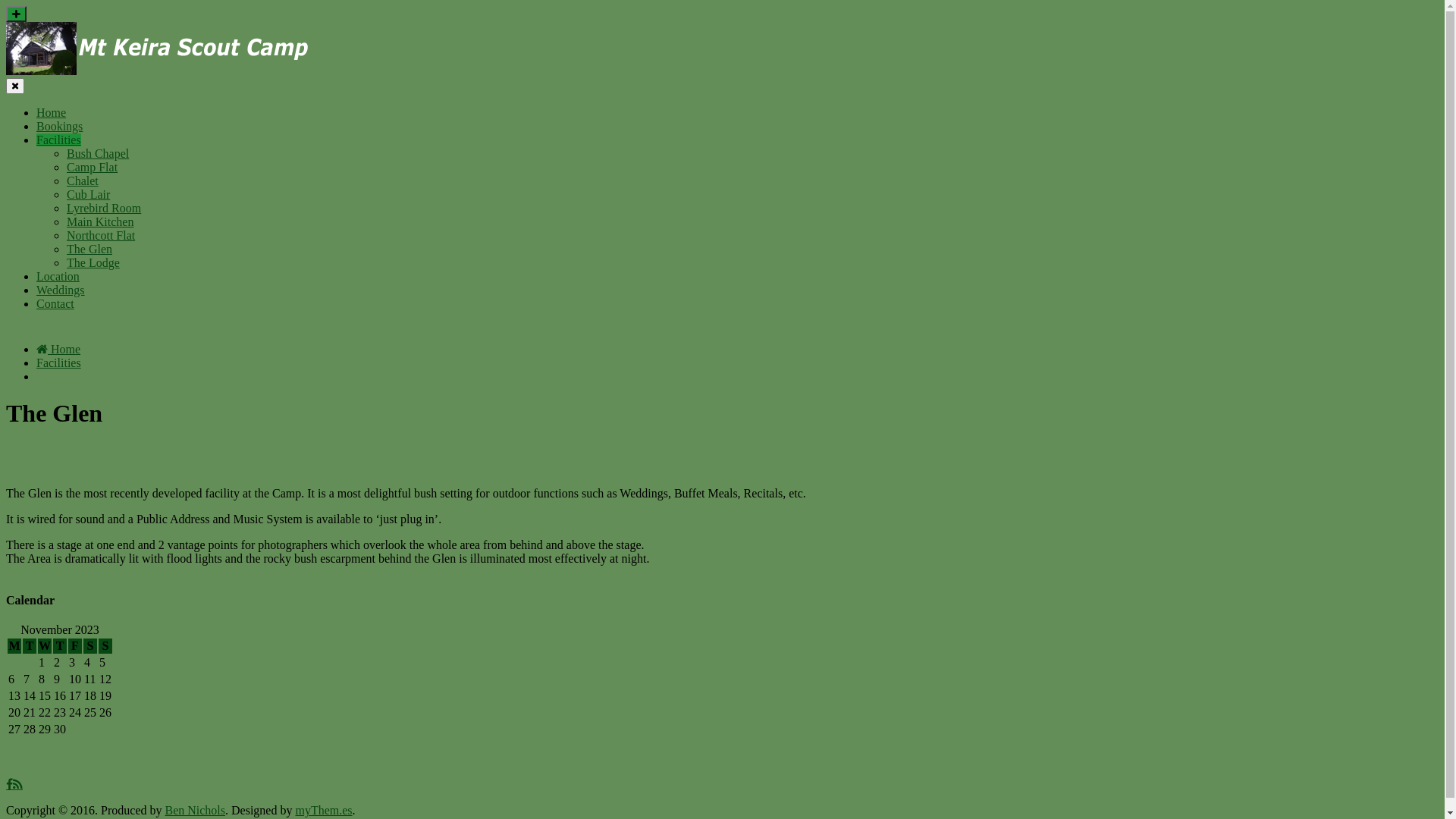  I want to click on 'Facilities', so click(36, 362).